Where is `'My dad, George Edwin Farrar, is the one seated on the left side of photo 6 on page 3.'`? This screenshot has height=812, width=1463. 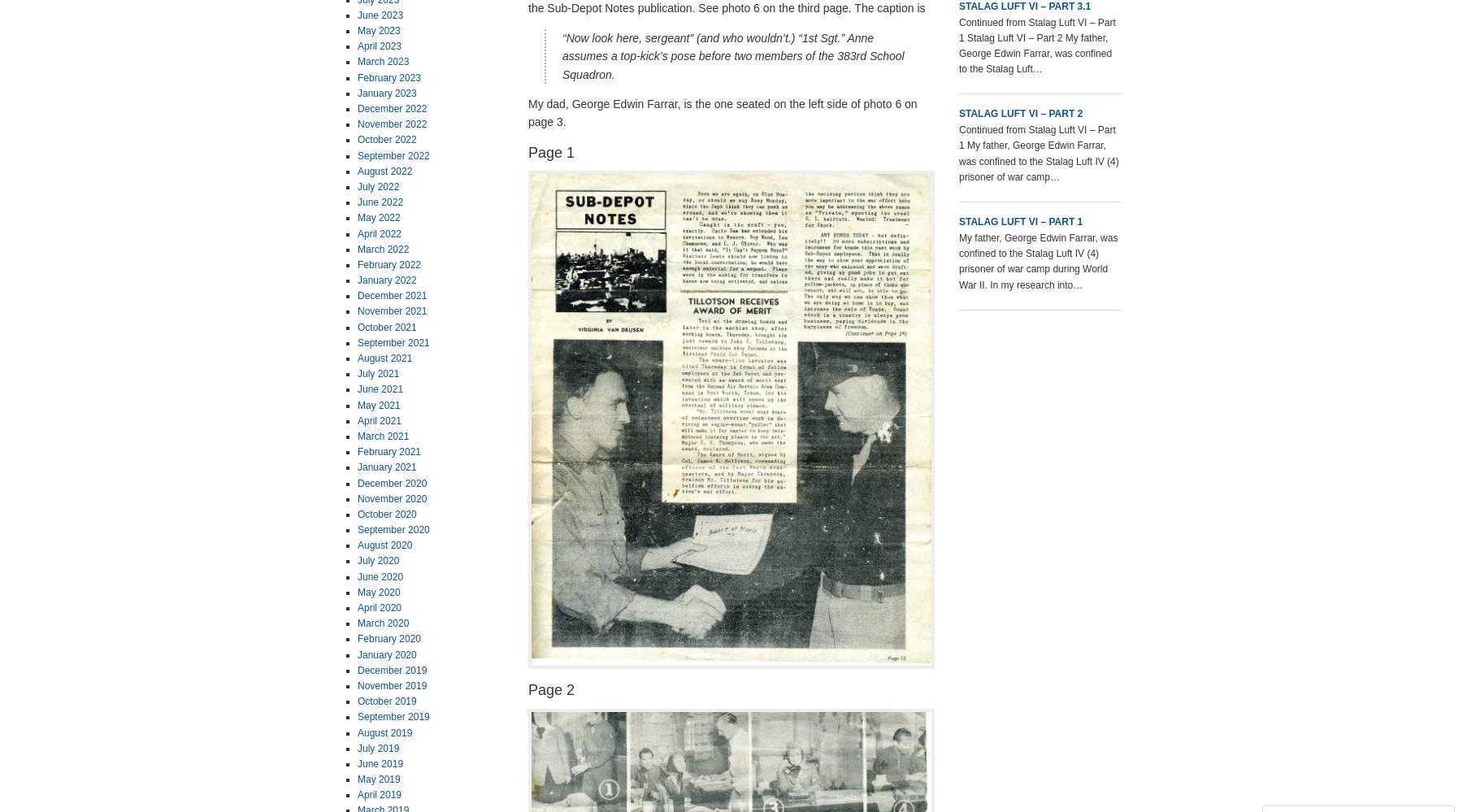
'My dad, George Edwin Farrar, is the one seated on the left side of photo 6 on page 3.' is located at coordinates (723, 112).